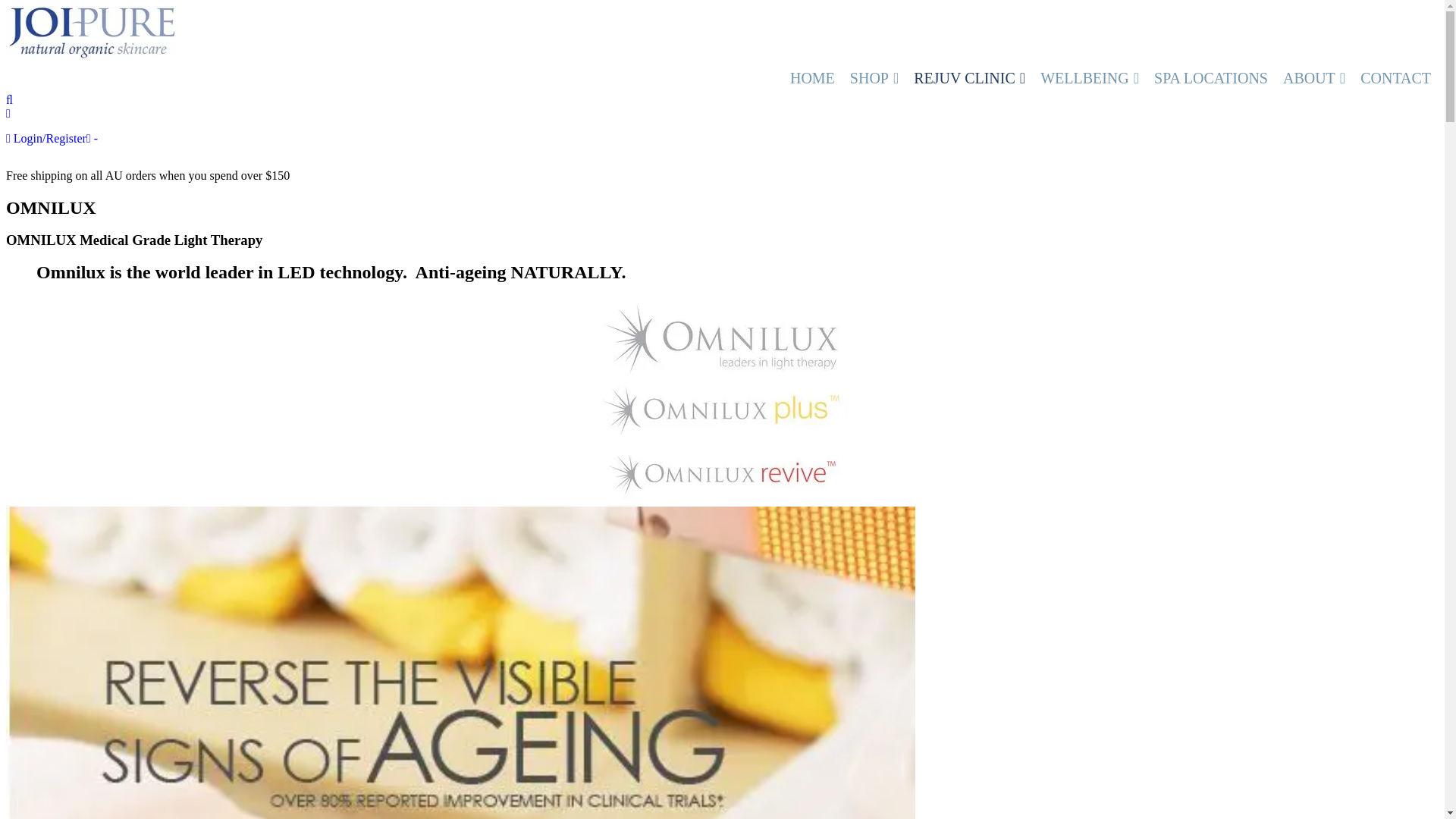  What do you see at coordinates (1210, 78) in the screenshot?
I see `'SPA LOCATIONS'` at bounding box center [1210, 78].